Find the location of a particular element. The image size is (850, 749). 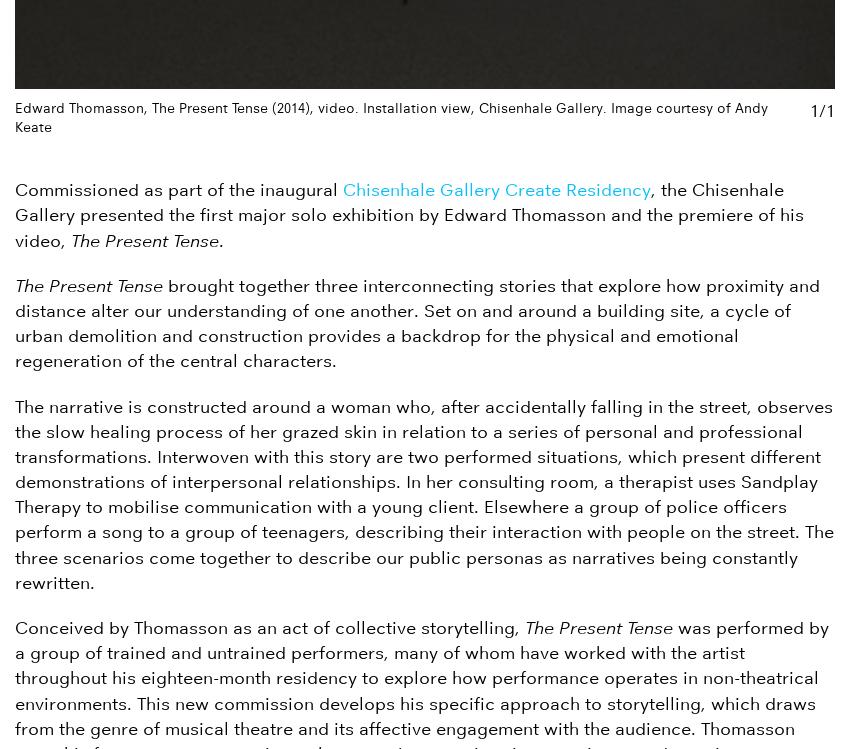

'Chisenhale Gallery Create Residency' is located at coordinates (496, 189).